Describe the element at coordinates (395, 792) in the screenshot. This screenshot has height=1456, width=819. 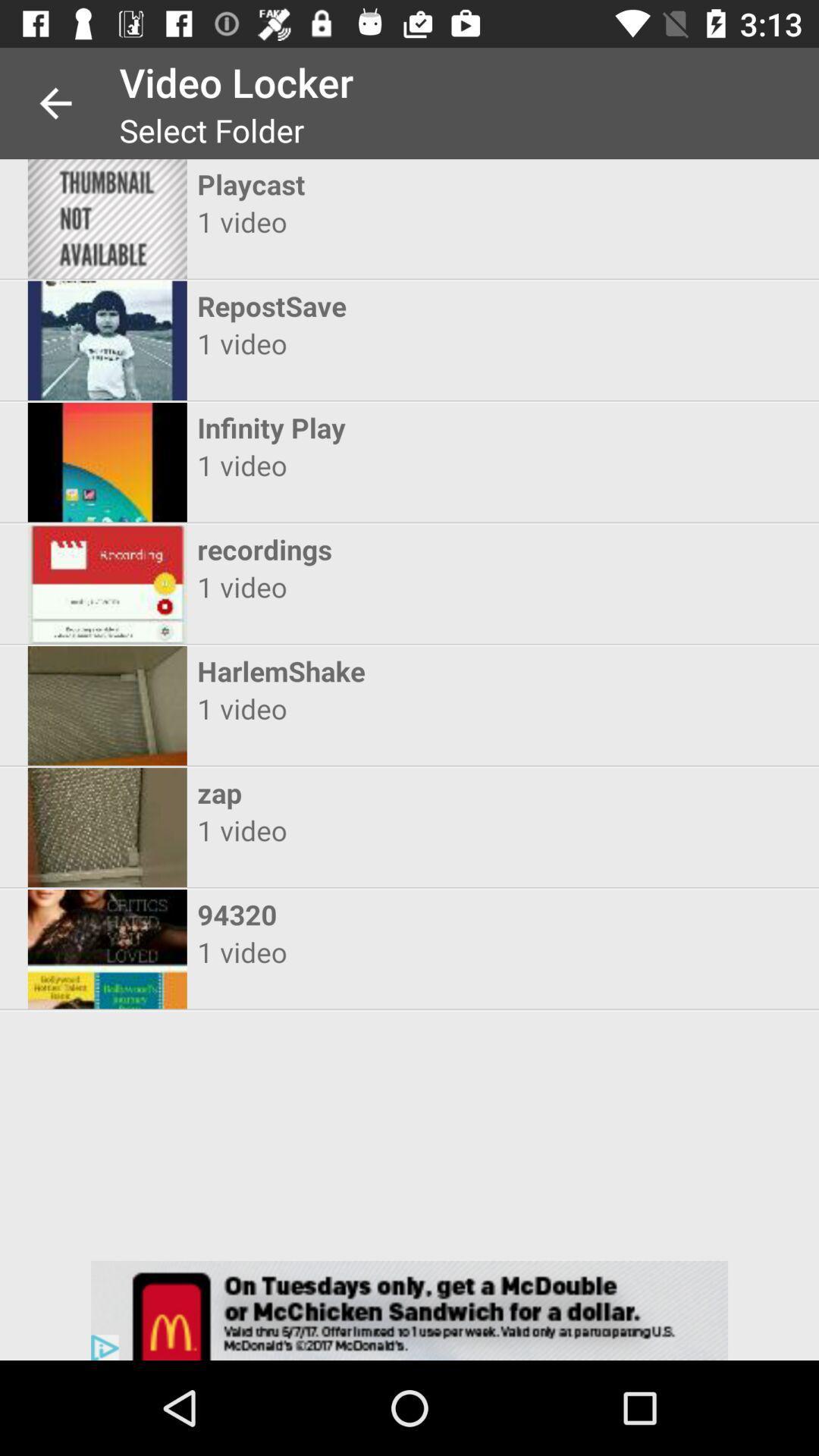
I see `the item below the 1 video icon` at that location.